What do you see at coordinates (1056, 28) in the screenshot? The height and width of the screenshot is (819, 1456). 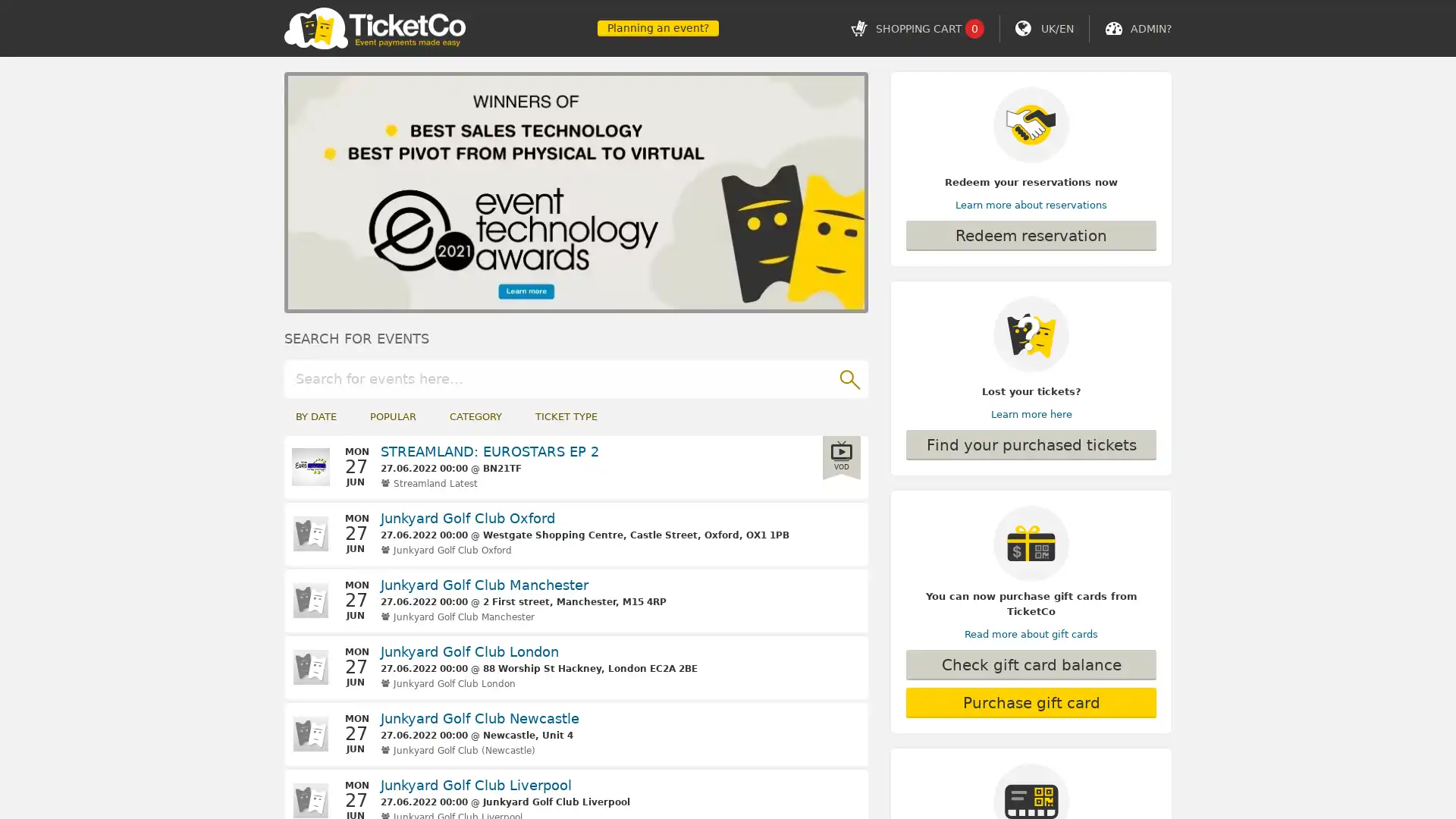 I see `UK/EN` at bounding box center [1056, 28].